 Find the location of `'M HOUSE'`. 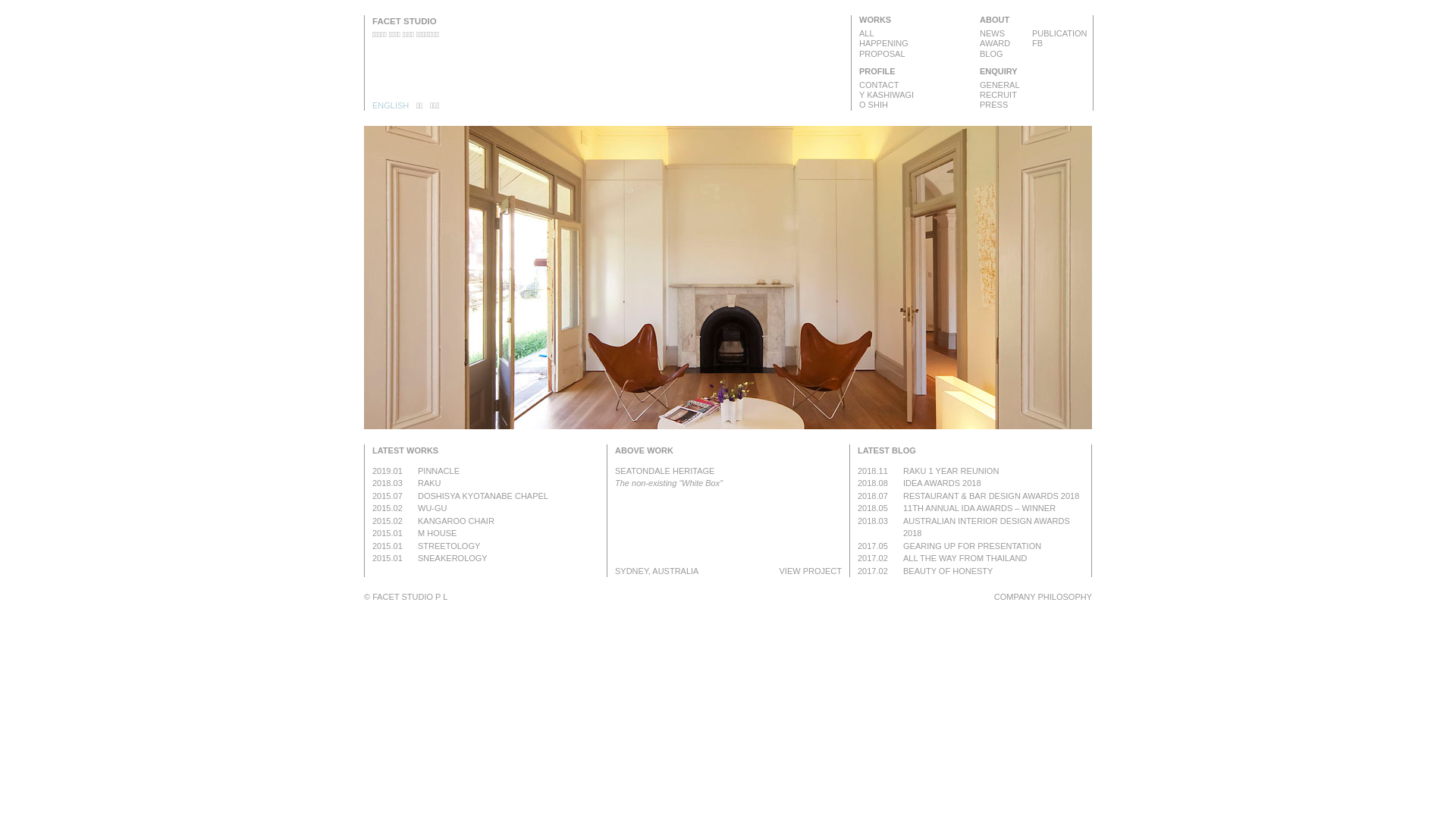

'M HOUSE' is located at coordinates (418, 532).